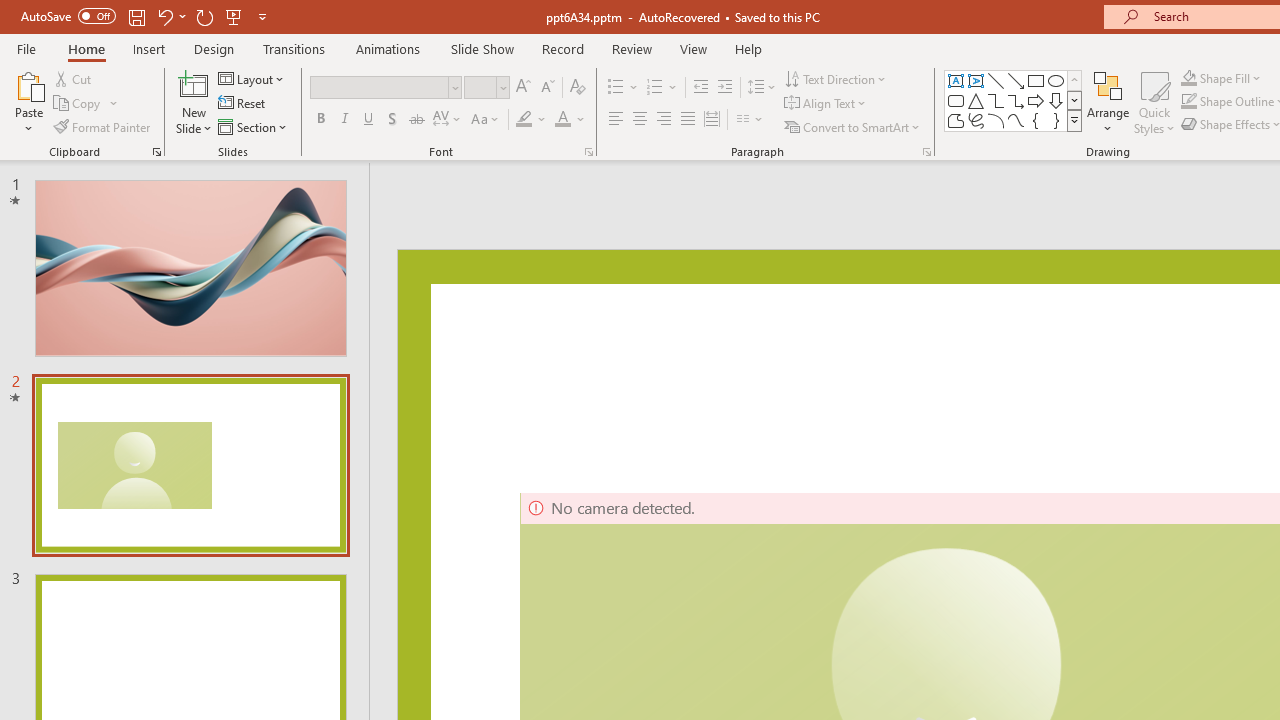  I want to click on 'Paragraph...', so click(925, 150).